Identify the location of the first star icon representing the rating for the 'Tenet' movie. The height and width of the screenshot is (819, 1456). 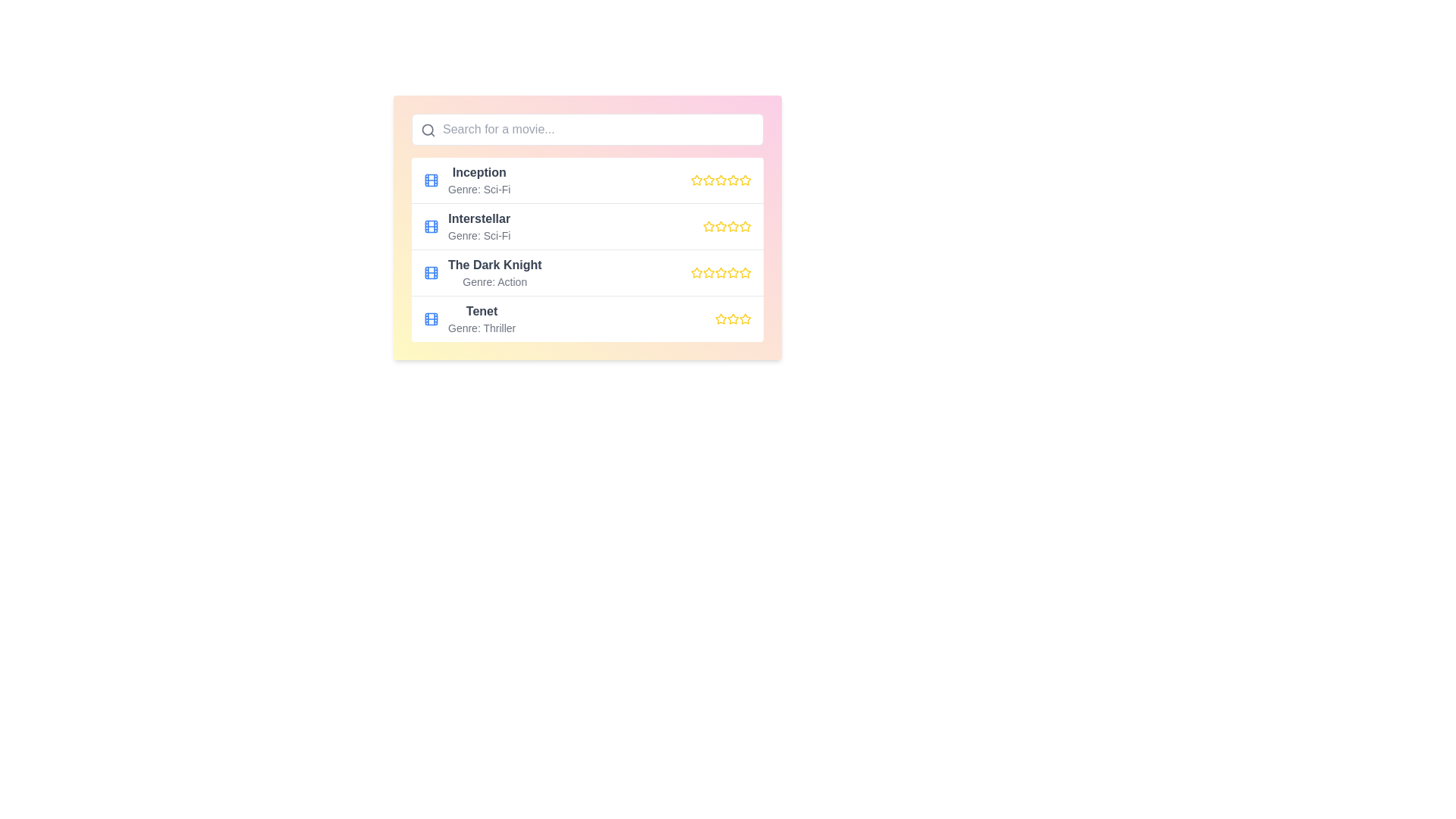
(745, 318).